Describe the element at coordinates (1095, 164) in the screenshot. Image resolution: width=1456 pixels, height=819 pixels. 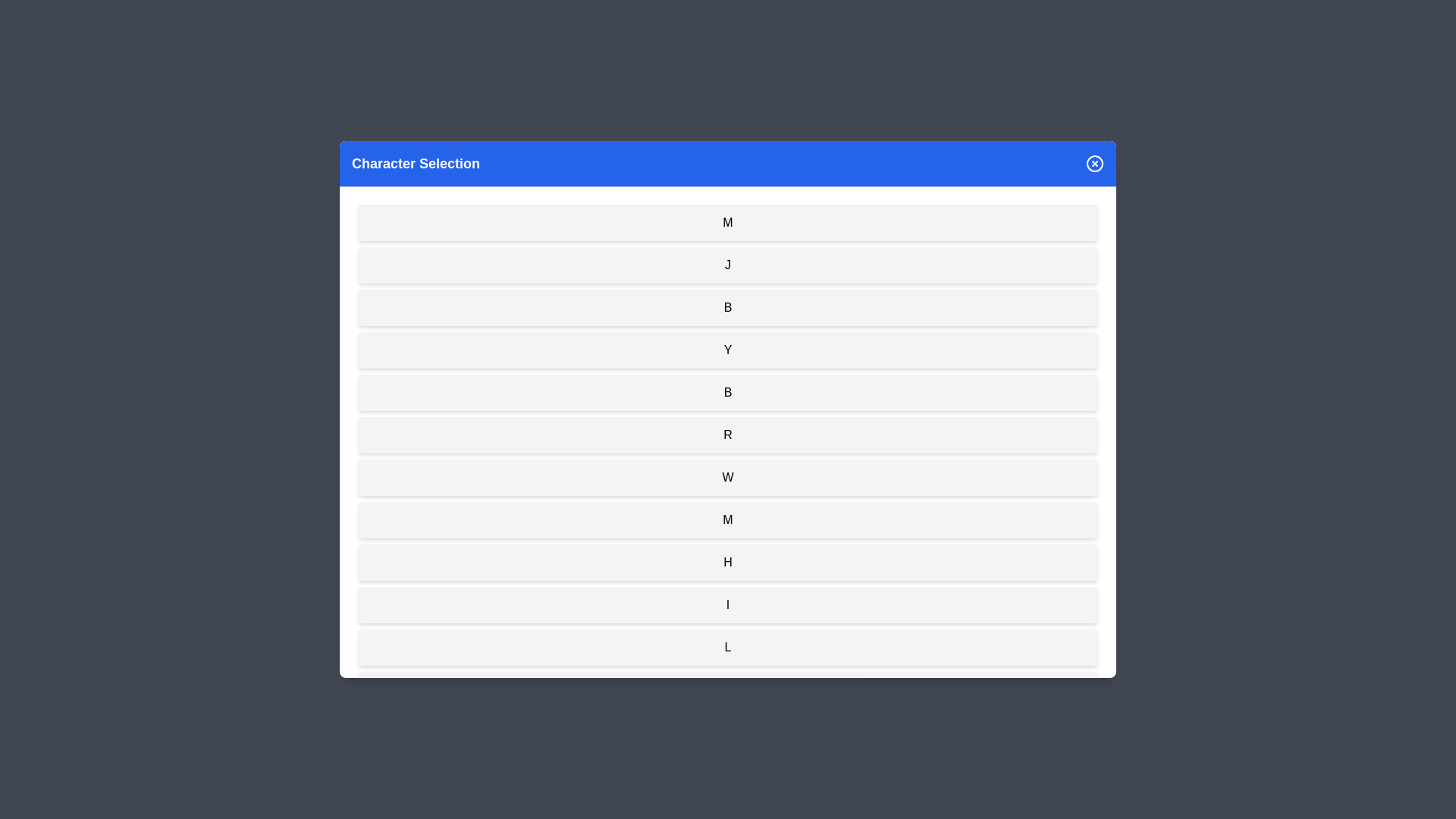
I see `close button to dismiss the dialog` at that location.